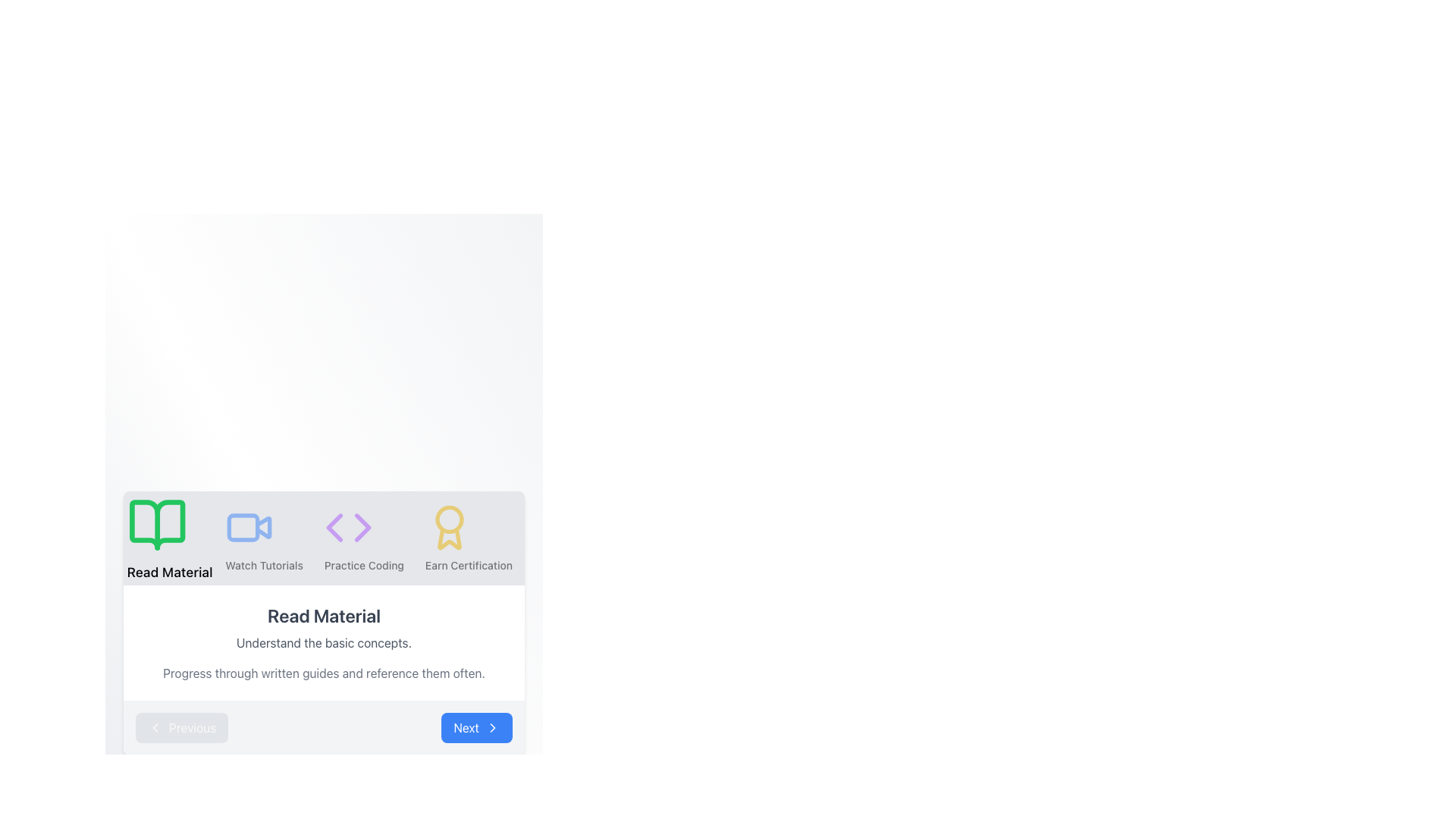 The width and height of the screenshot is (1456, 819). Describe the element at coordinates (263, 526) in the screenshot. I see `the triangular play button icon located within the video icon, which is the second icon in a row of four` at that location.